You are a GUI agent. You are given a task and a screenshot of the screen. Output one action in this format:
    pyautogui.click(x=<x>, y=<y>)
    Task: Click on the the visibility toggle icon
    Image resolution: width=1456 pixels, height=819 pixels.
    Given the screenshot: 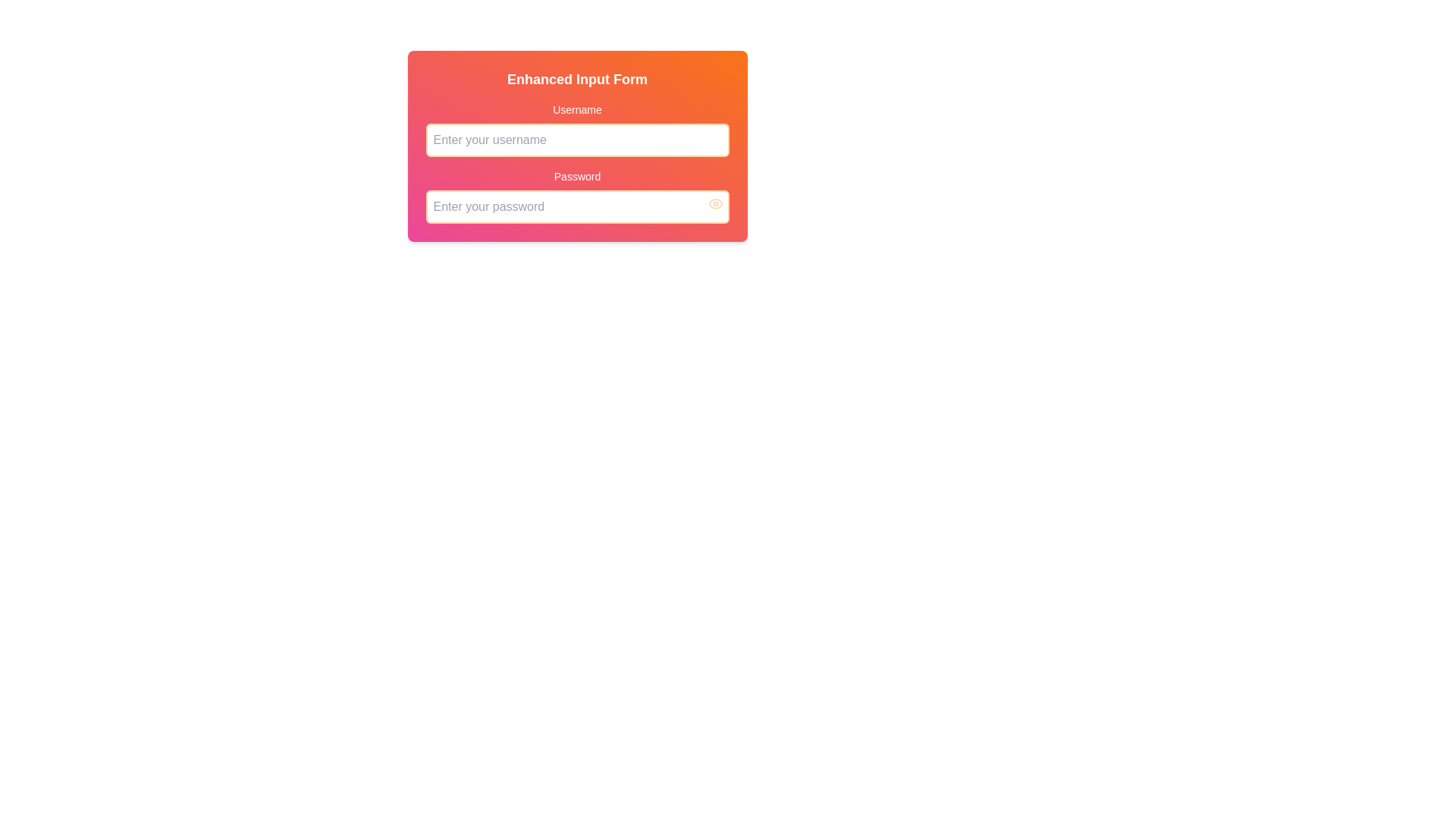 What is the action you would take?
    pyautogui.click(x=714, y=203)
    